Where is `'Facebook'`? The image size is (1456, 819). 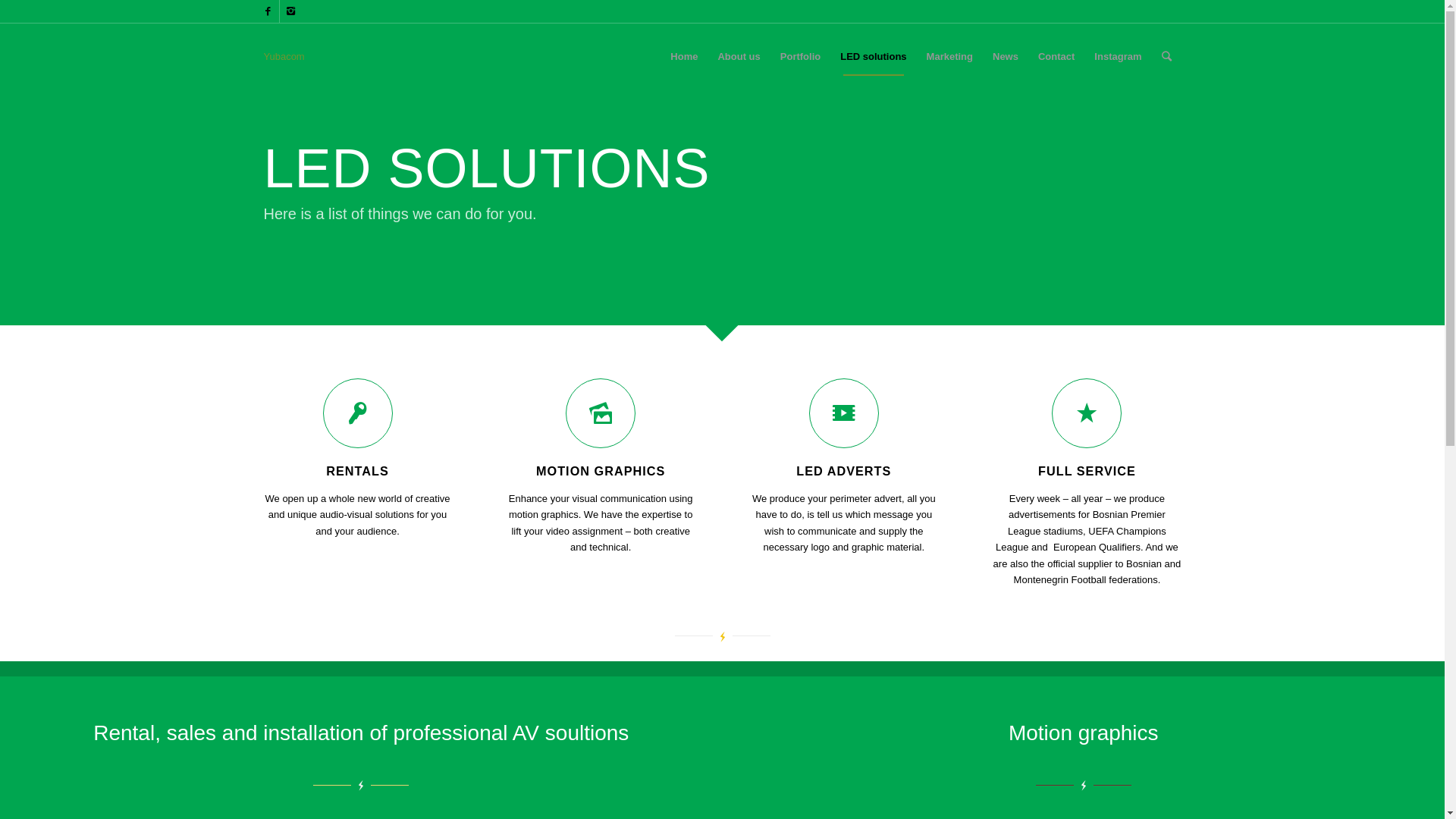 'Facebook' is located at coordinates (256, 11).